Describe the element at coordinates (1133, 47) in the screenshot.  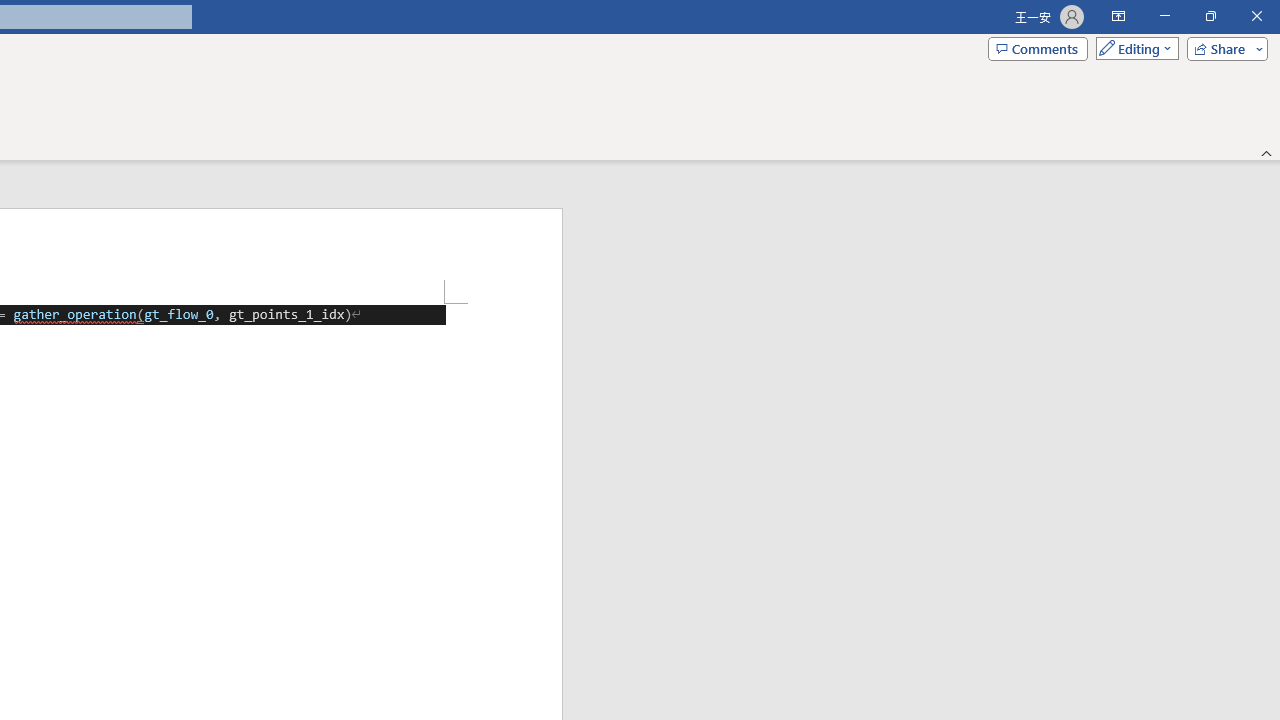
I see `'Mode'` at that location.